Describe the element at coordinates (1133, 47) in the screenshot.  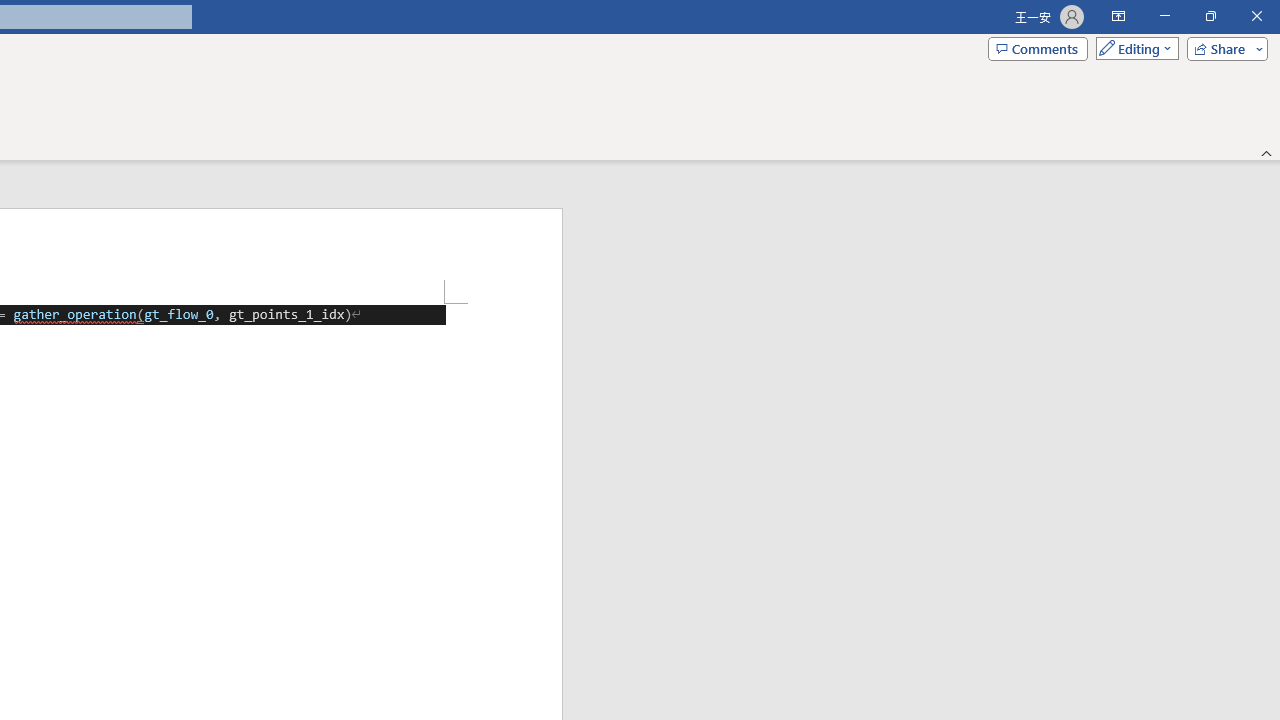
I see `'Mode'` at that location.